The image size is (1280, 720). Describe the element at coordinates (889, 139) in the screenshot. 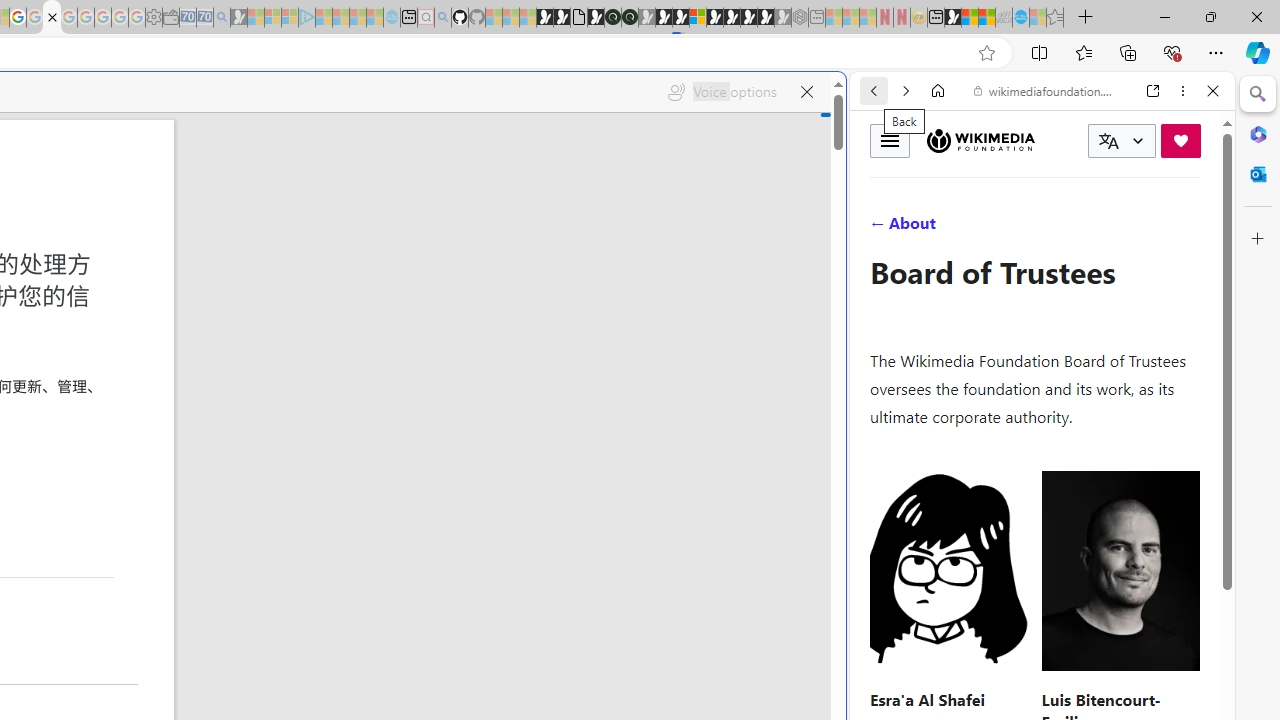

I see `'Toggle menu'` at that location.